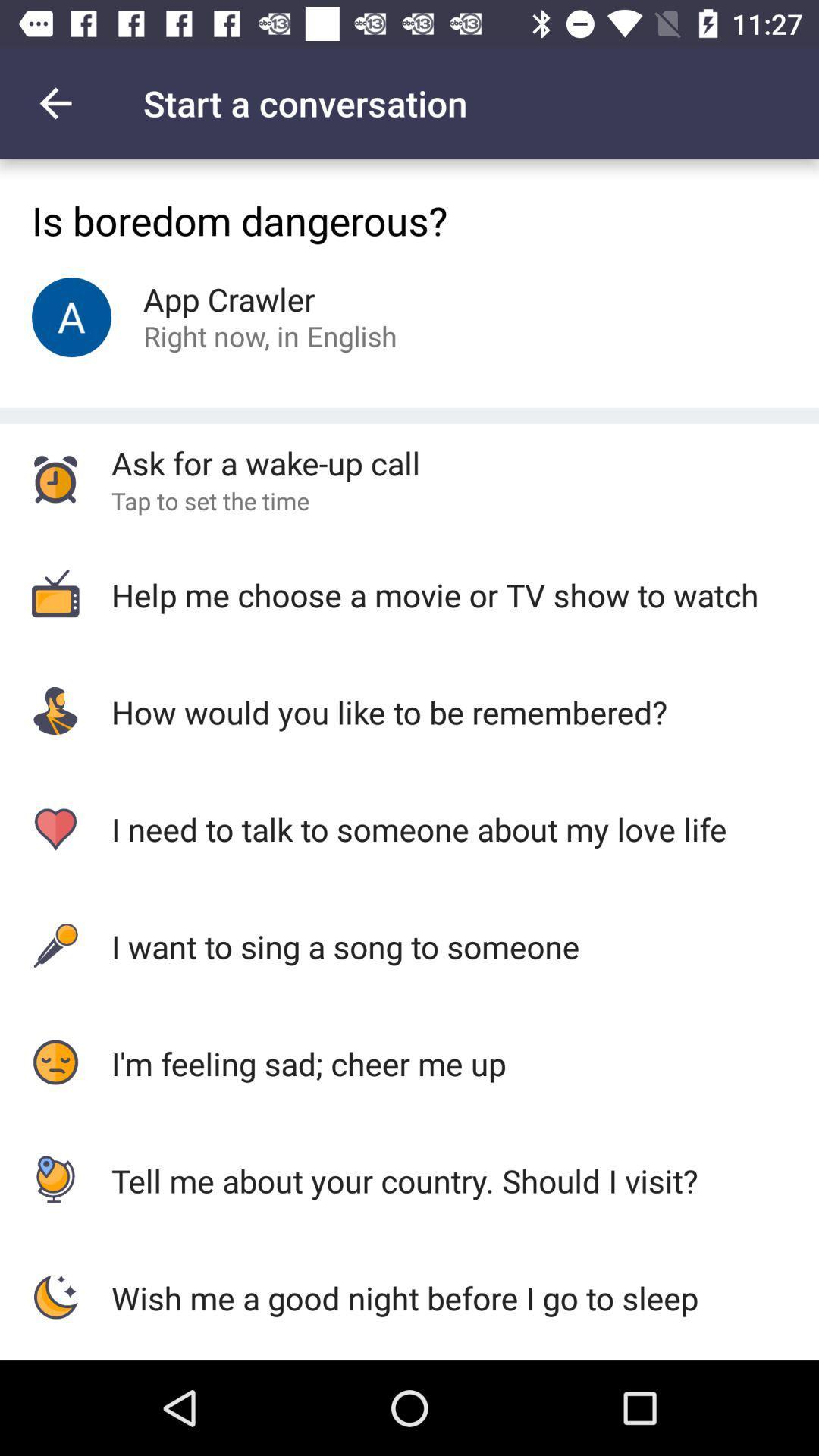 This screenshot has height=1456, width=819. I want to click on icon below is boredom dangerous? item, so click(352, 335).